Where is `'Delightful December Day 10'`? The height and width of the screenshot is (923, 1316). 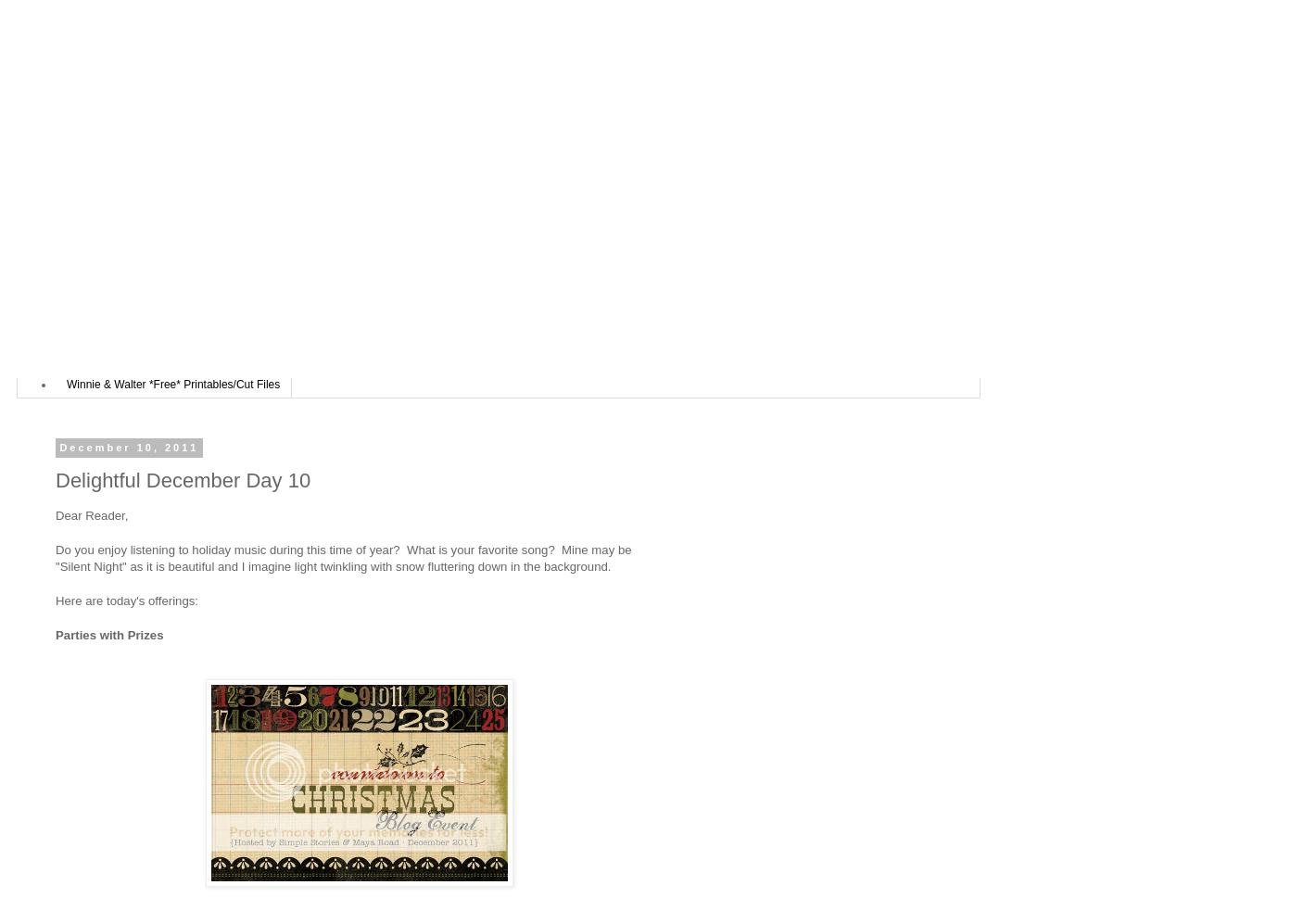 'Delightful December Day 10' is located at coordinates (56, 479).